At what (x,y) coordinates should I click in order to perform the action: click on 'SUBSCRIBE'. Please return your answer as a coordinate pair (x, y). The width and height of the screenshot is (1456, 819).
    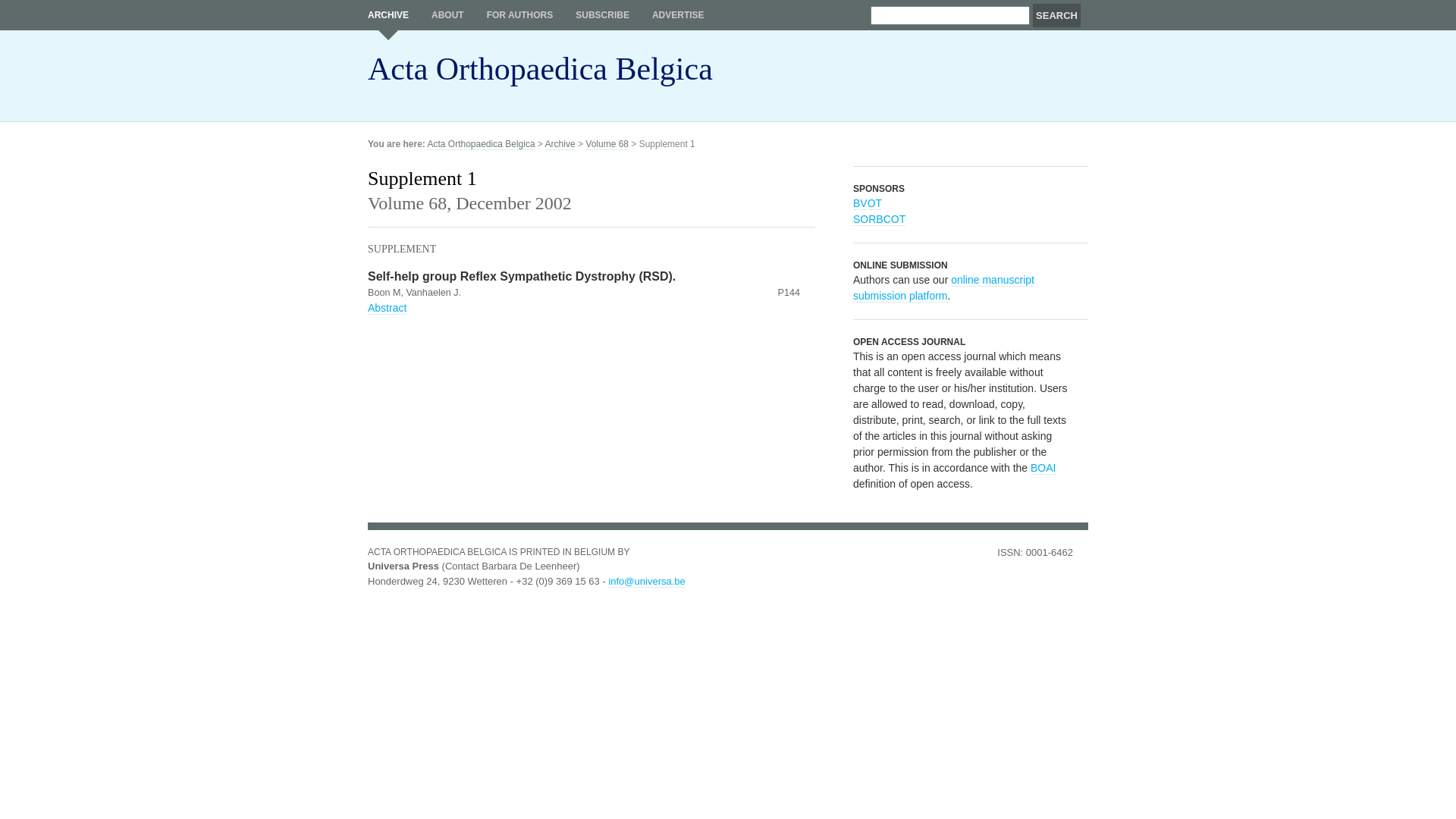
    Looking at the image, I should click on (601, 14).